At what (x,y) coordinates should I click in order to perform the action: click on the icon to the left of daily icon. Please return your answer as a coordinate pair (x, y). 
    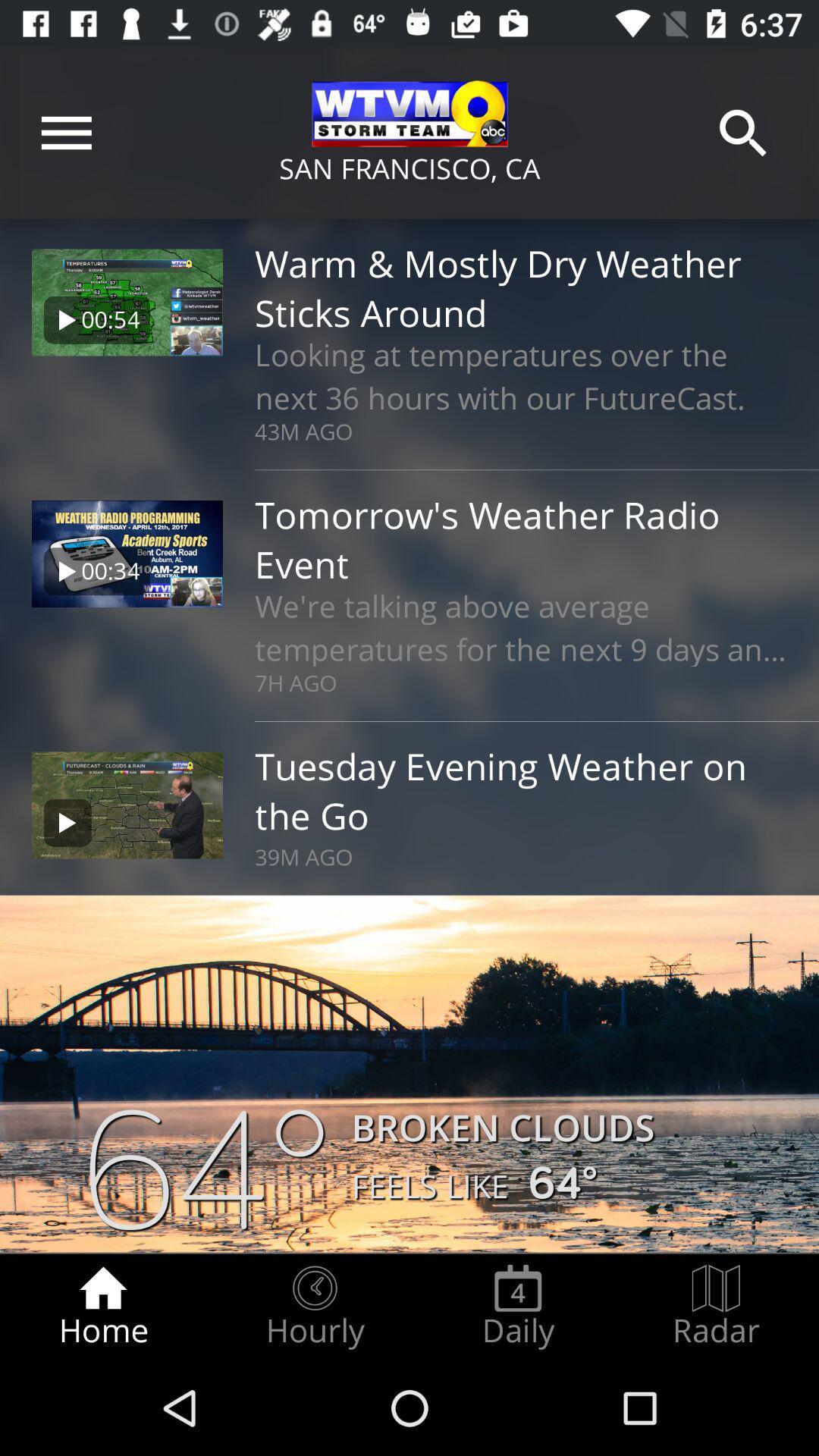
    Looking at the image, I should click on (314, 1306).